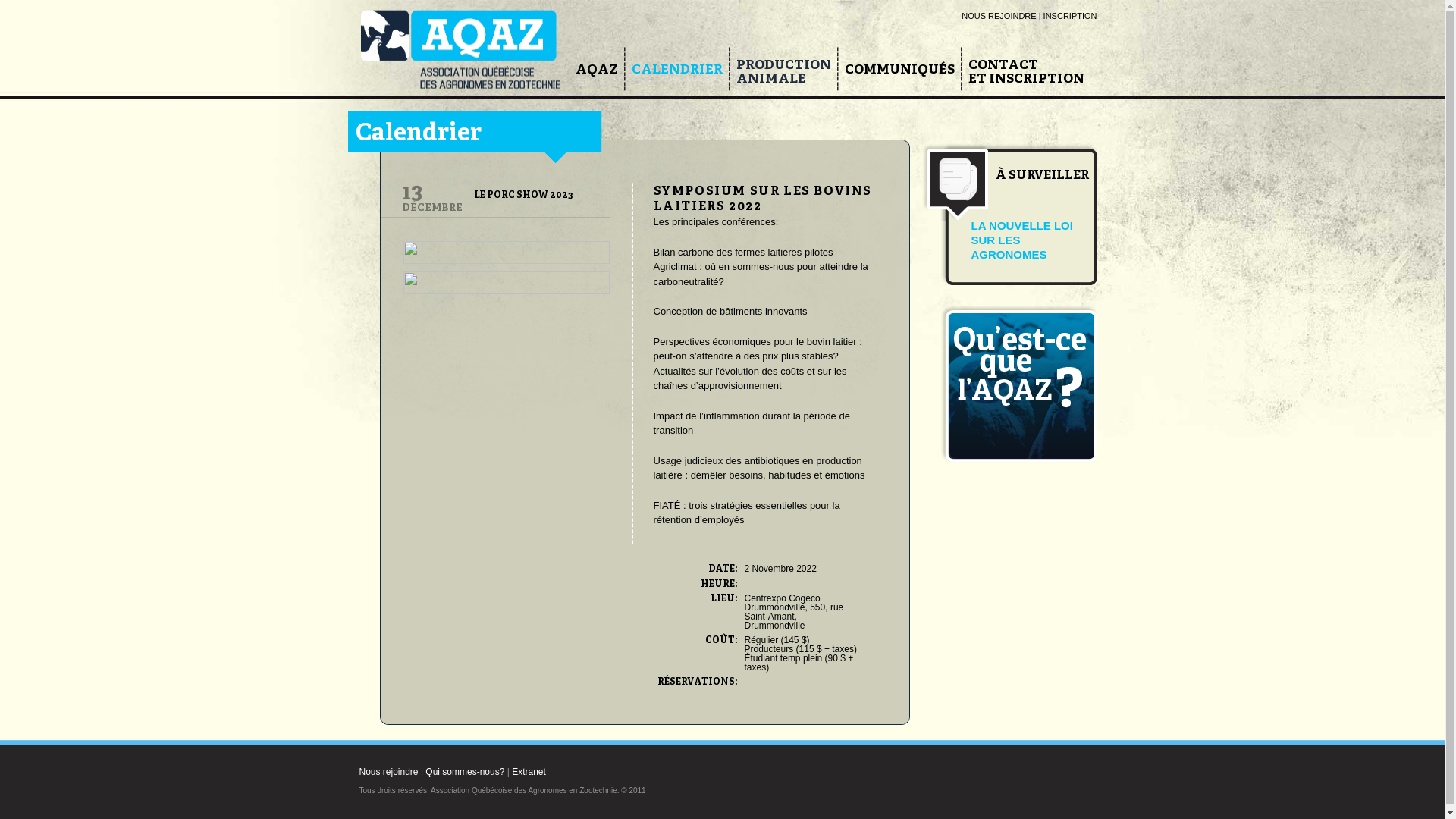 This screenshot has width=1456, height=819. What do you see at coordinates (1025, 72) in the screenshot?
I see `'CONTACT` at bounding box center [1025, 72].